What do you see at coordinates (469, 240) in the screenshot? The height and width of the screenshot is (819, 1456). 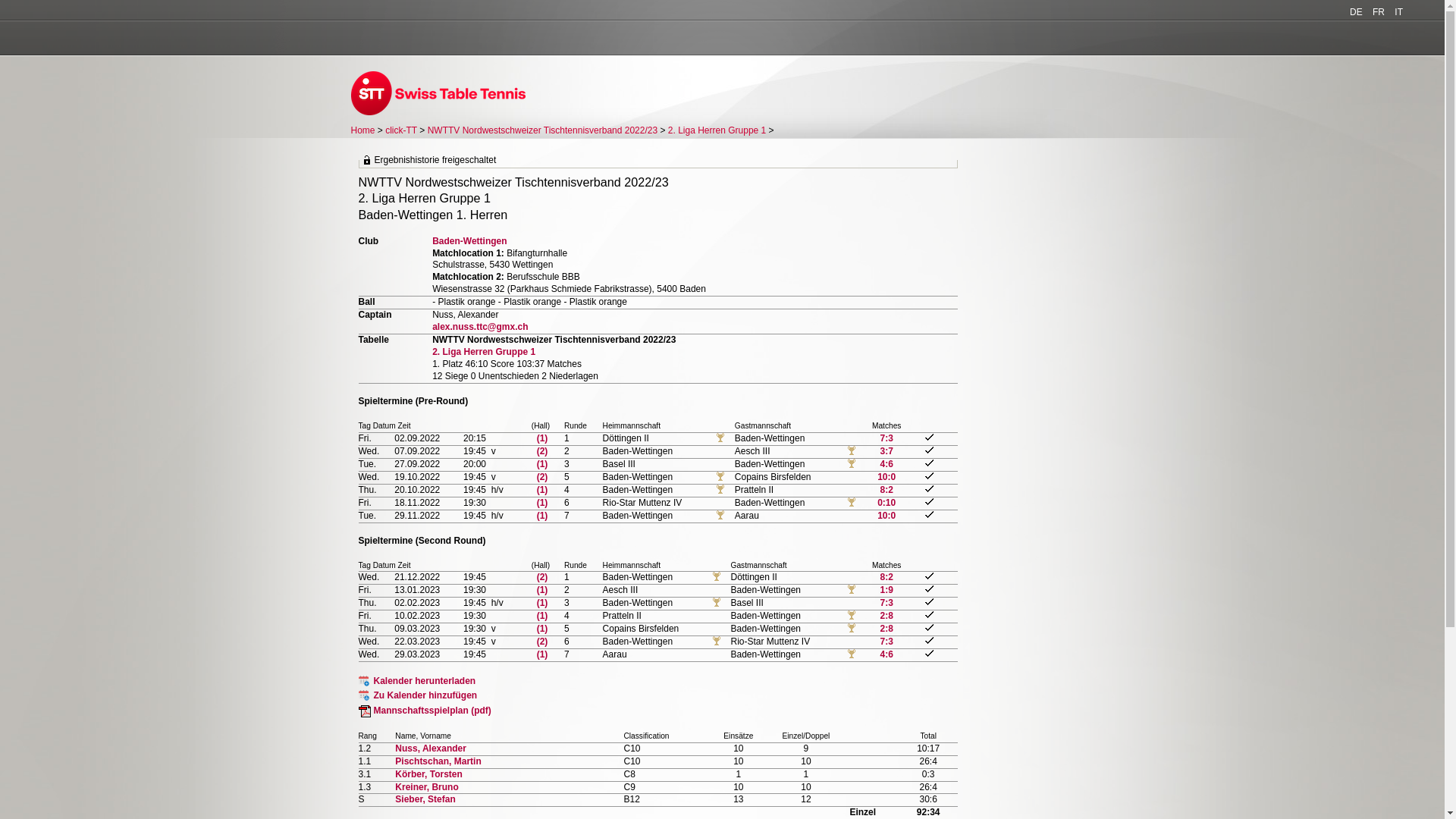 I see `'Baden-Wettingen'` at bounding box center [469, 240].